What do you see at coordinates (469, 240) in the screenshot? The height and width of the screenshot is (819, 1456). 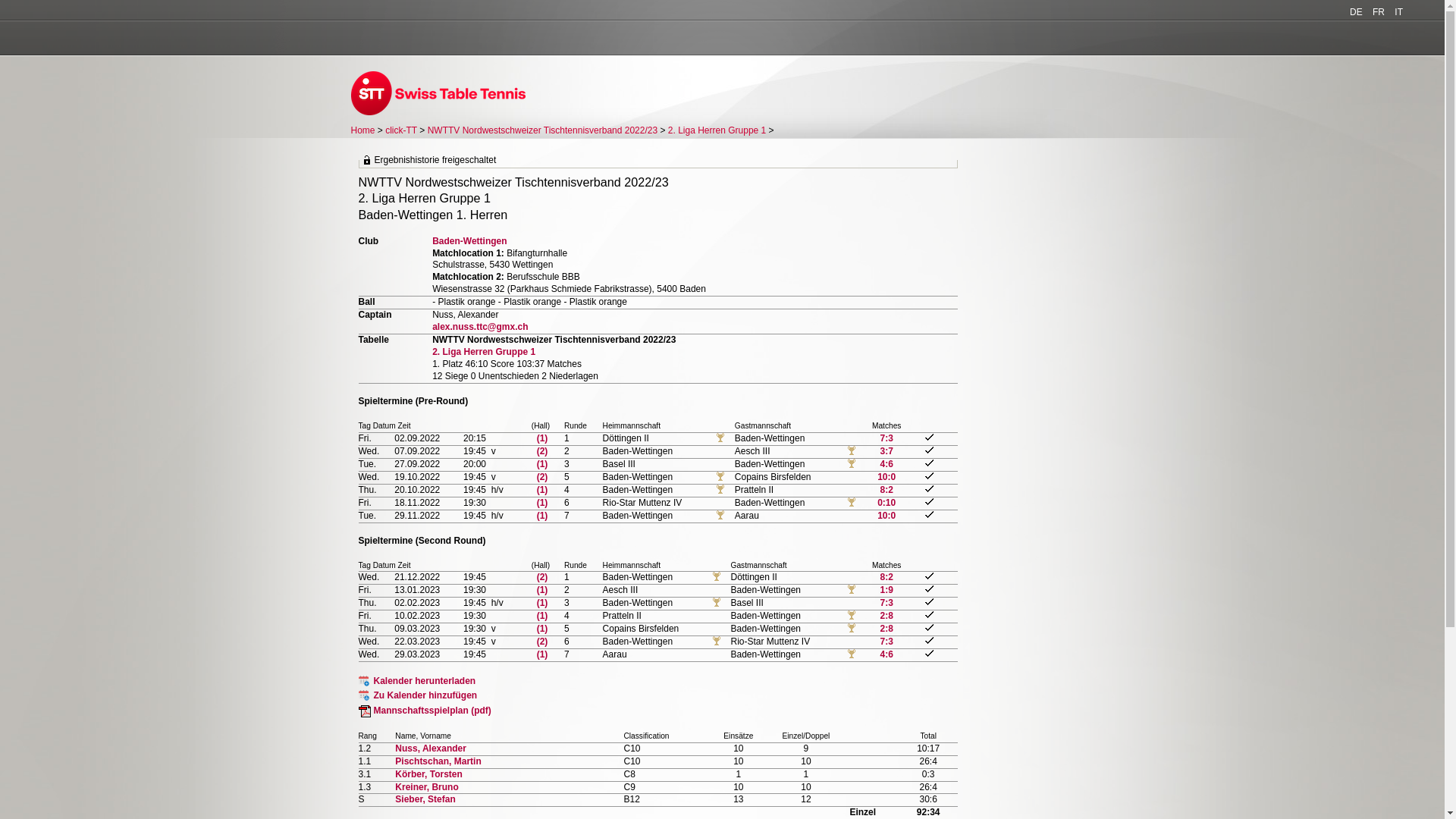 I see `'Baden-Wettingen'` at bounding box center [469, 240].